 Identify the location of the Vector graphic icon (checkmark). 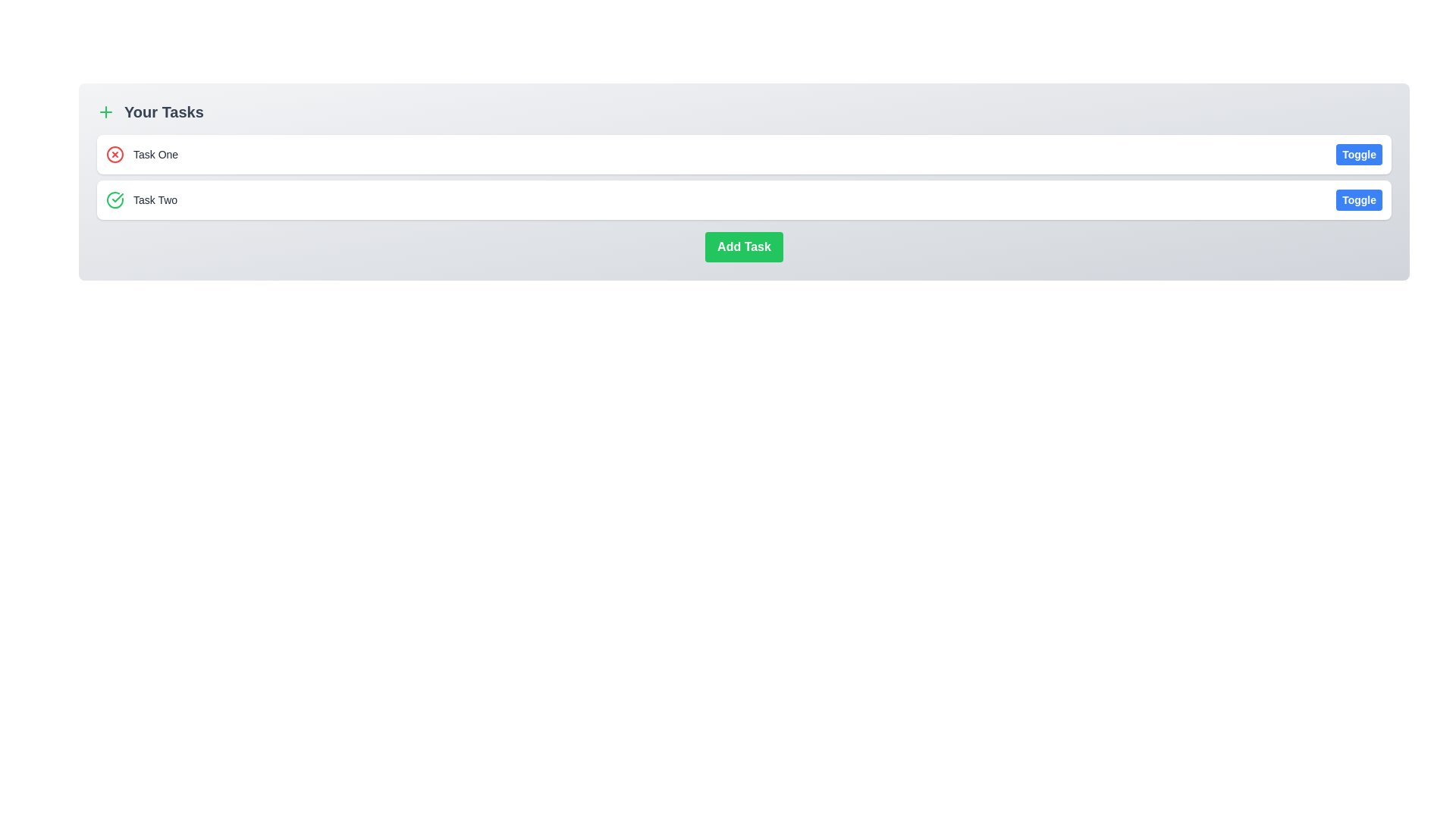
(117, 197).